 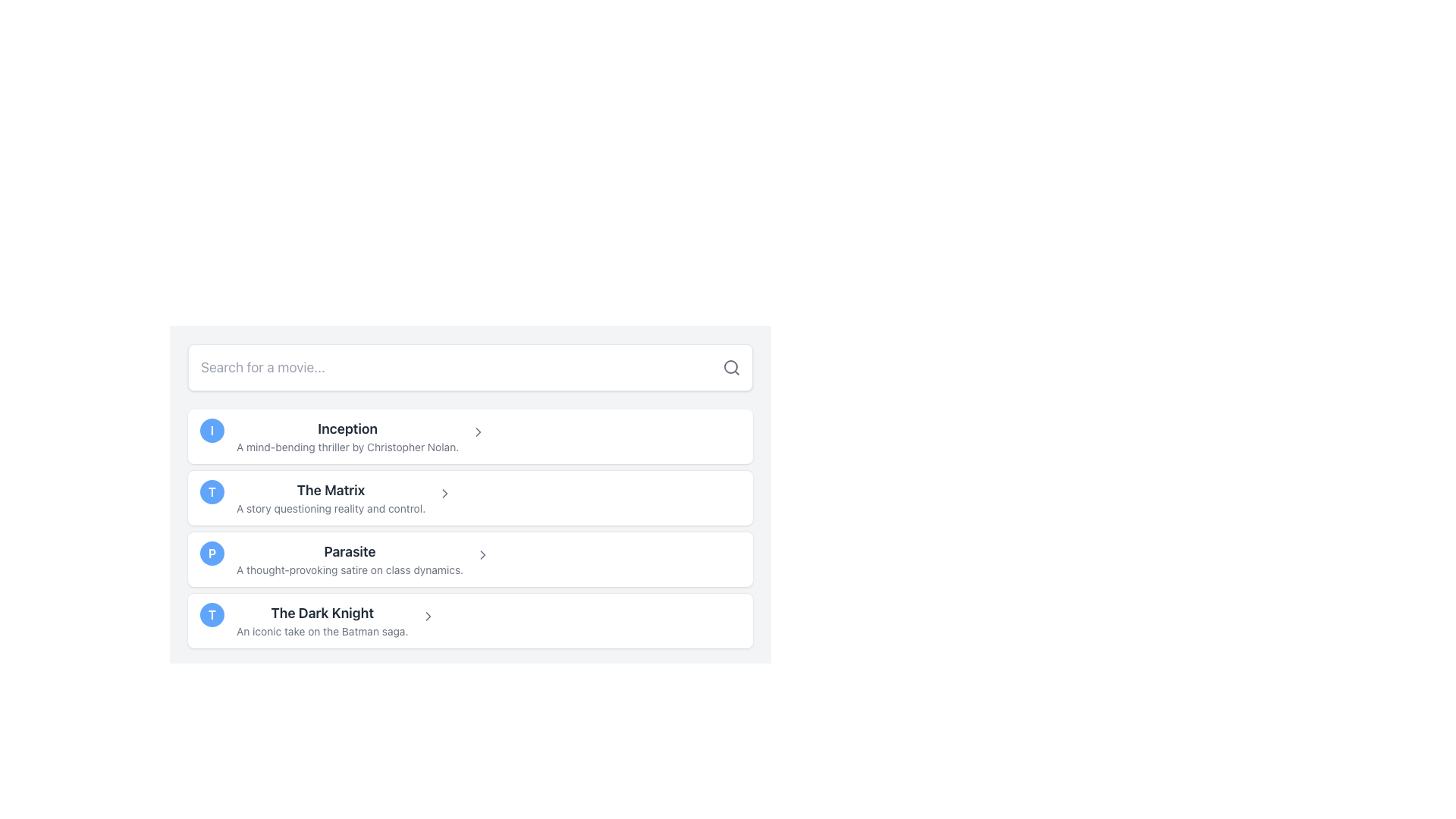 What do you see at coordinates (346, 436) in the screenshot?
I see `the list item titled 'Inception', which features a bold title and a subtitle in a white rectangular box` at bounding box center [346, 436].